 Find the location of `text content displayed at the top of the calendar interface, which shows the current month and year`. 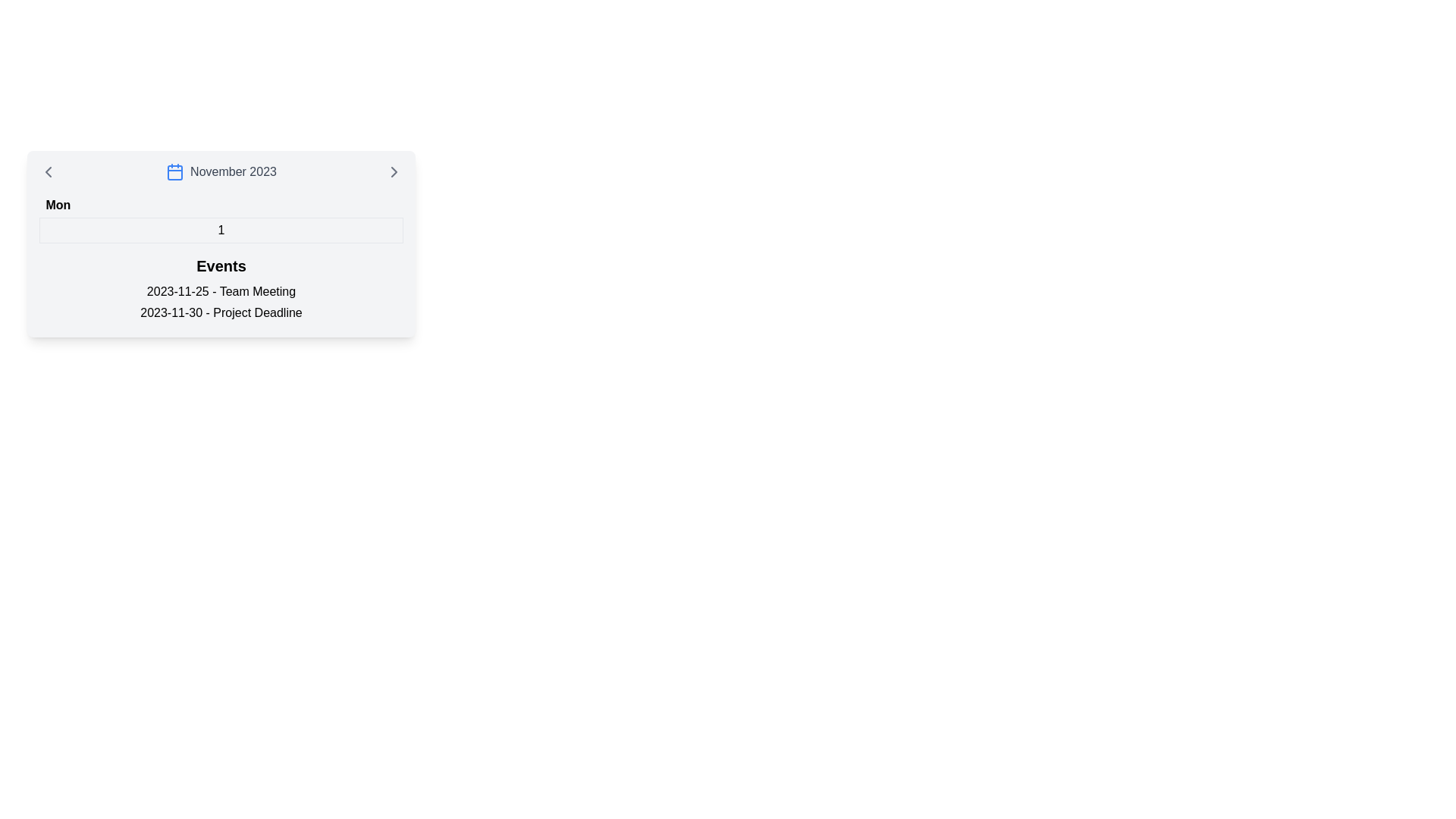

text content displayed at the top of the calendar interface, which shows the current month and year is located at coordinates (221, 171).